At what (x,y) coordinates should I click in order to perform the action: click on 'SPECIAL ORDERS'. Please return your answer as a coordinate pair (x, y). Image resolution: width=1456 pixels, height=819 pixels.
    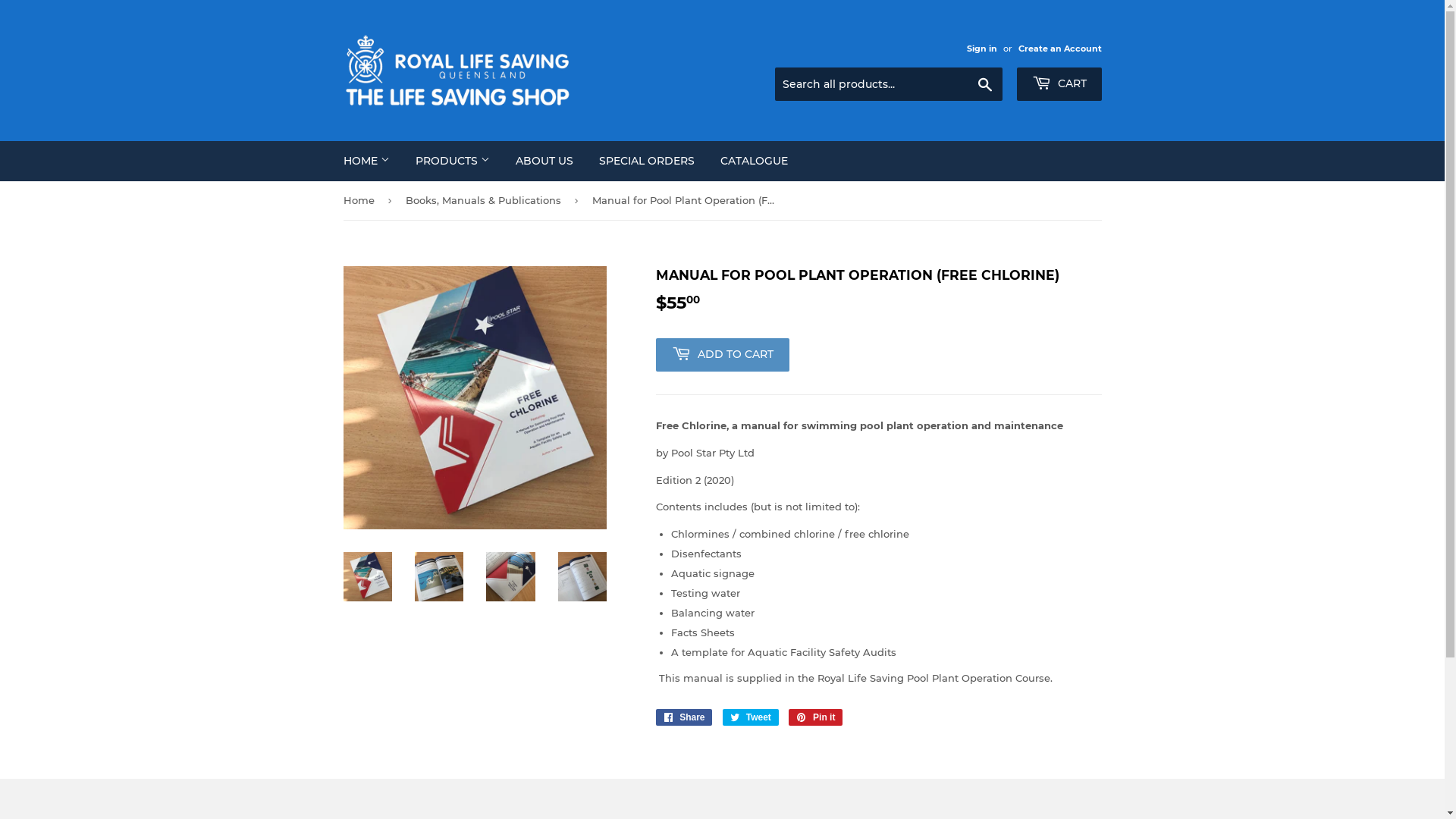
    Looking at the image, I should click on (645, 161).